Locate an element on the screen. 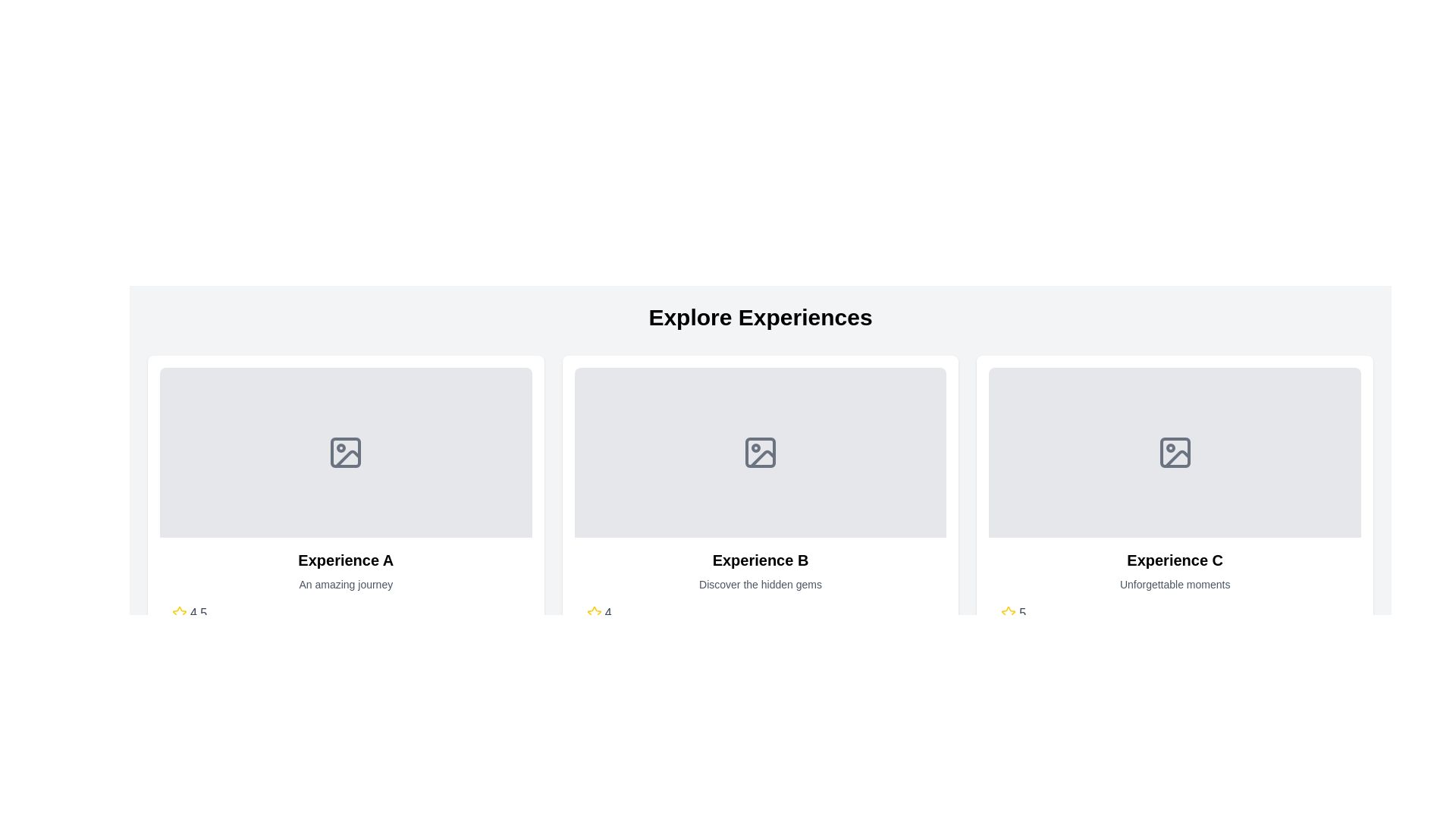 Image resolution: width=1456 pixels, height=819 pixels. decorative rectangle within the vector graphic icon located at the top-middle of the 'Experience A' card component in the first column under 'Explore Experiences' is located at coordinates (345, 452).